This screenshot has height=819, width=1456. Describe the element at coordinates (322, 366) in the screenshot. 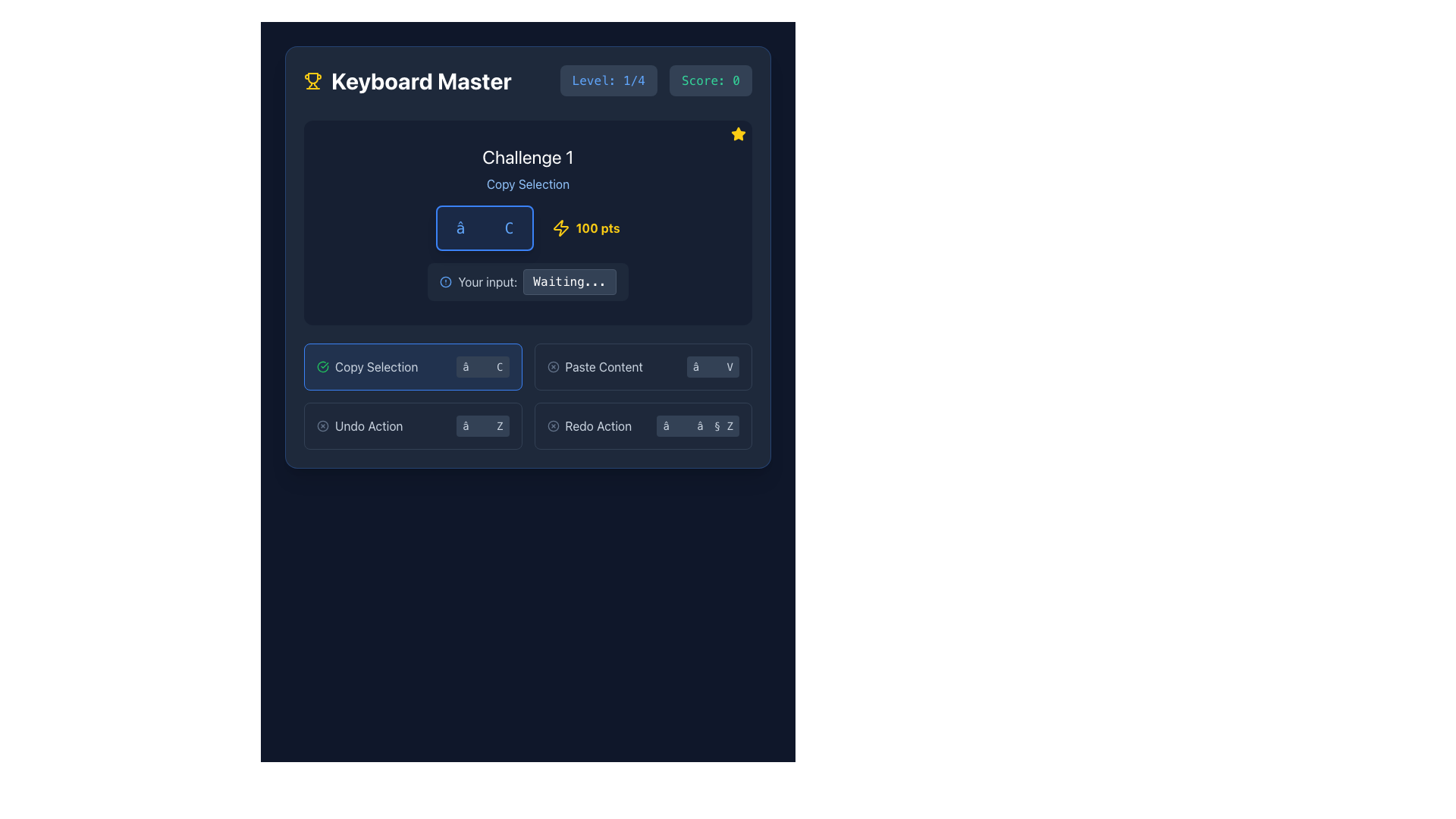

I see `the green-checked circular icon representing a successful action, located next to the text 'Copy Selection' in the top-left portion of the grouped buttons section` at that location.